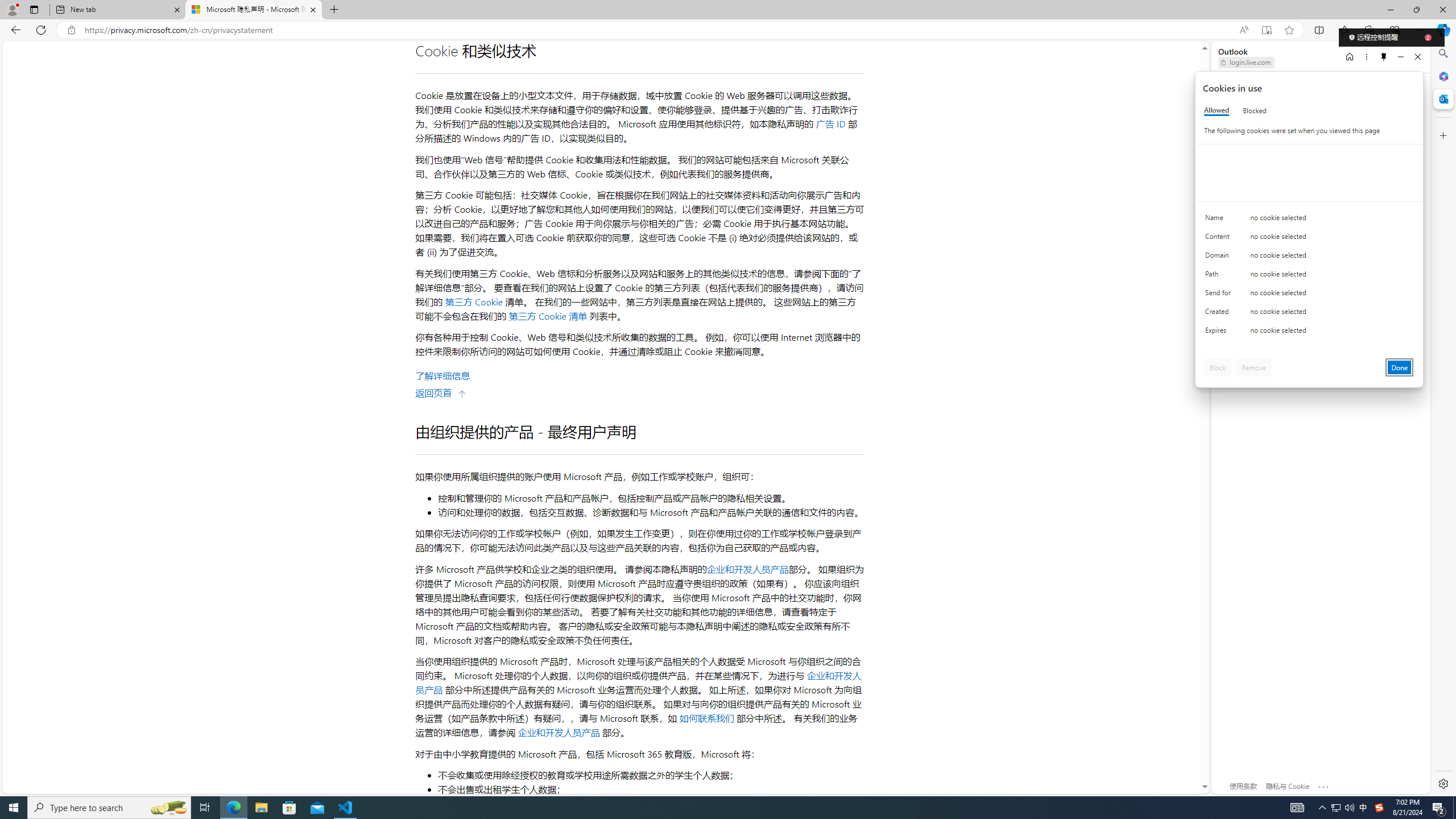  Describe the element at coordinates (1217, 367) in the screenshot. I see `'Block'` at that location.